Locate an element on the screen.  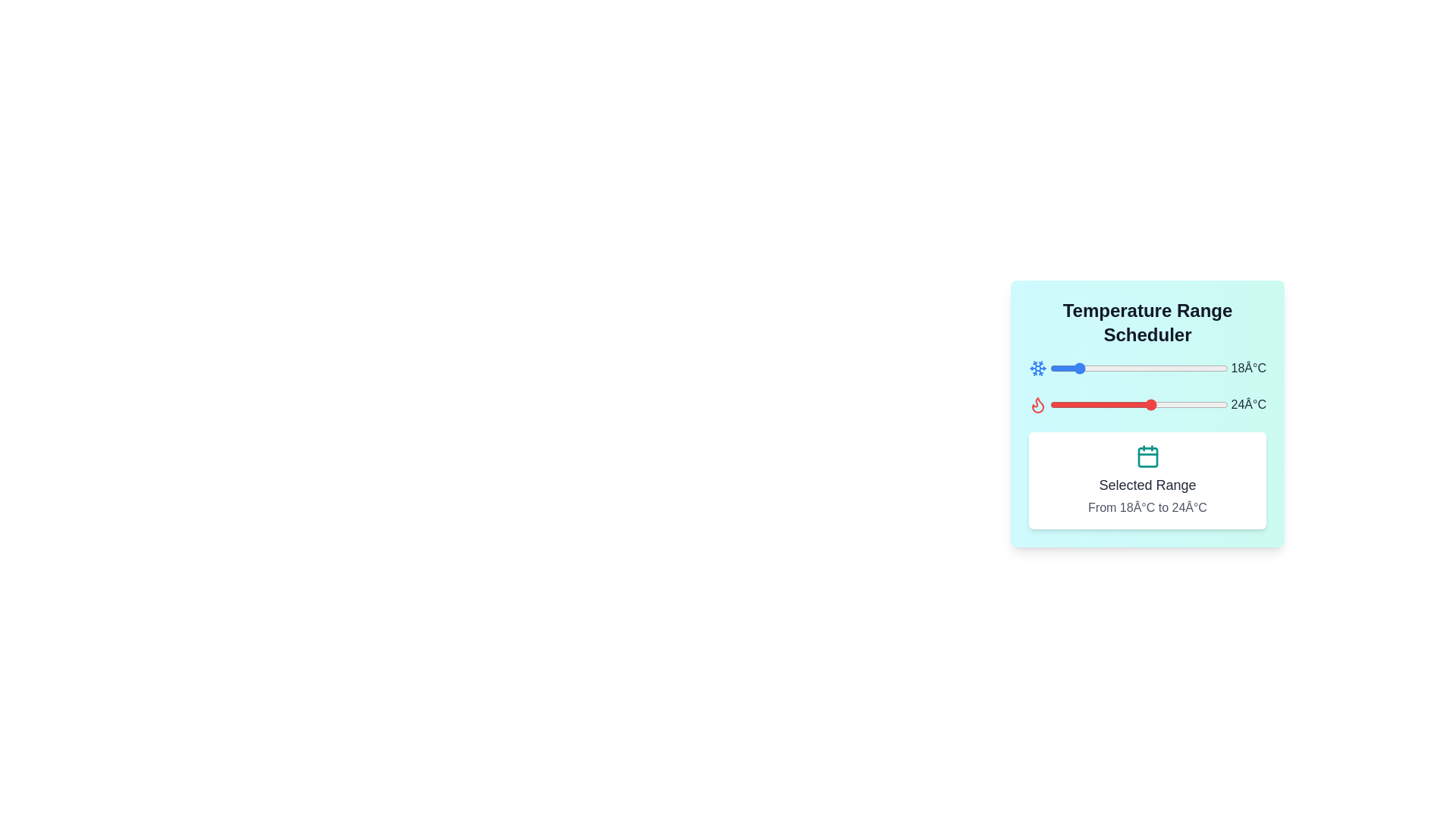
the temperature is located at coordinates (1215, 403).